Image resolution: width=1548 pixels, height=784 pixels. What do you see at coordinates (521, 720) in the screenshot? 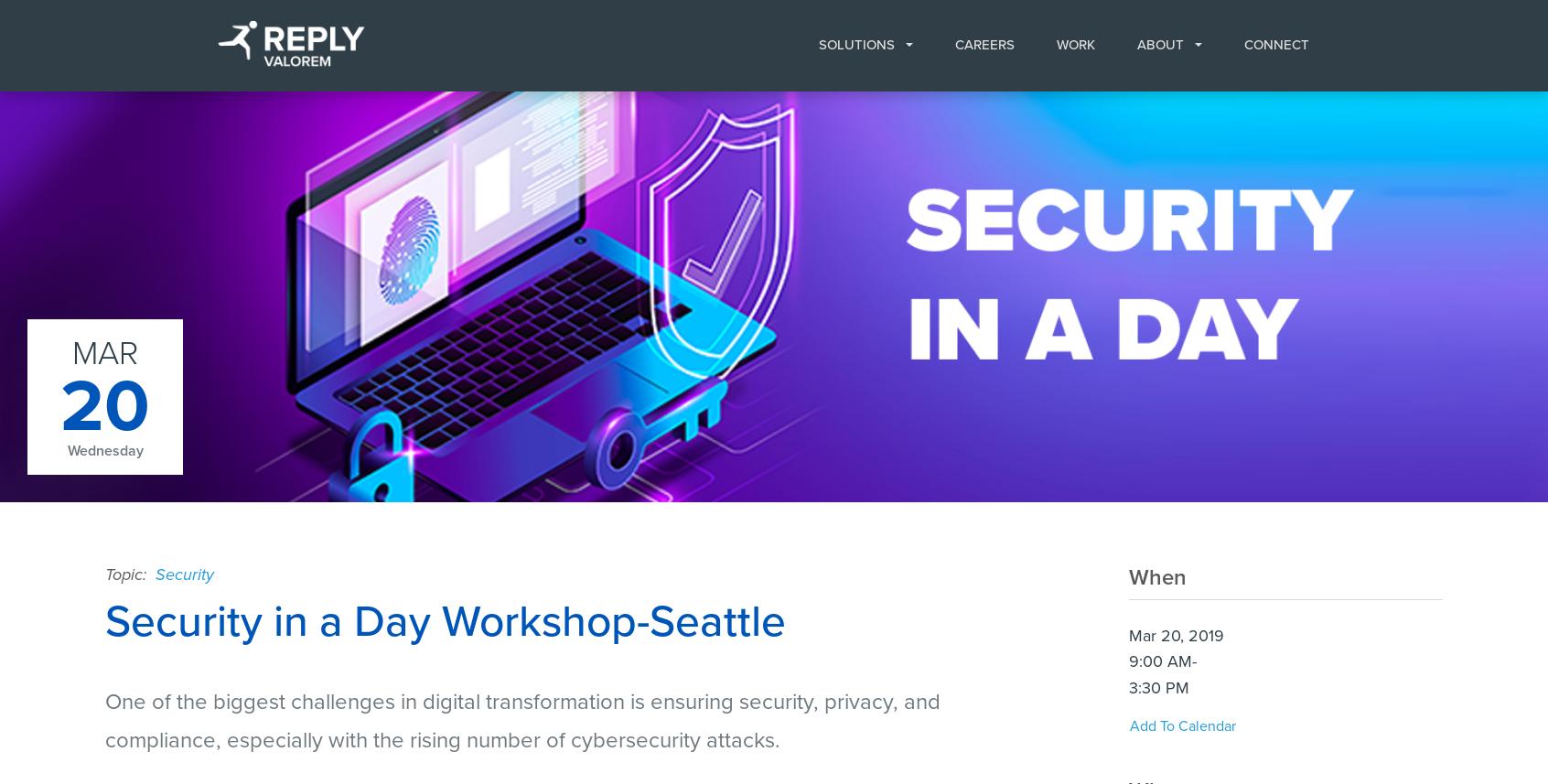
I see `'One of the biggest challenges in digital transformation is ensuring security, privacy, and compliance, especially with the rising number of cybersecurity attacks.'` at bounding box center [521, 720].